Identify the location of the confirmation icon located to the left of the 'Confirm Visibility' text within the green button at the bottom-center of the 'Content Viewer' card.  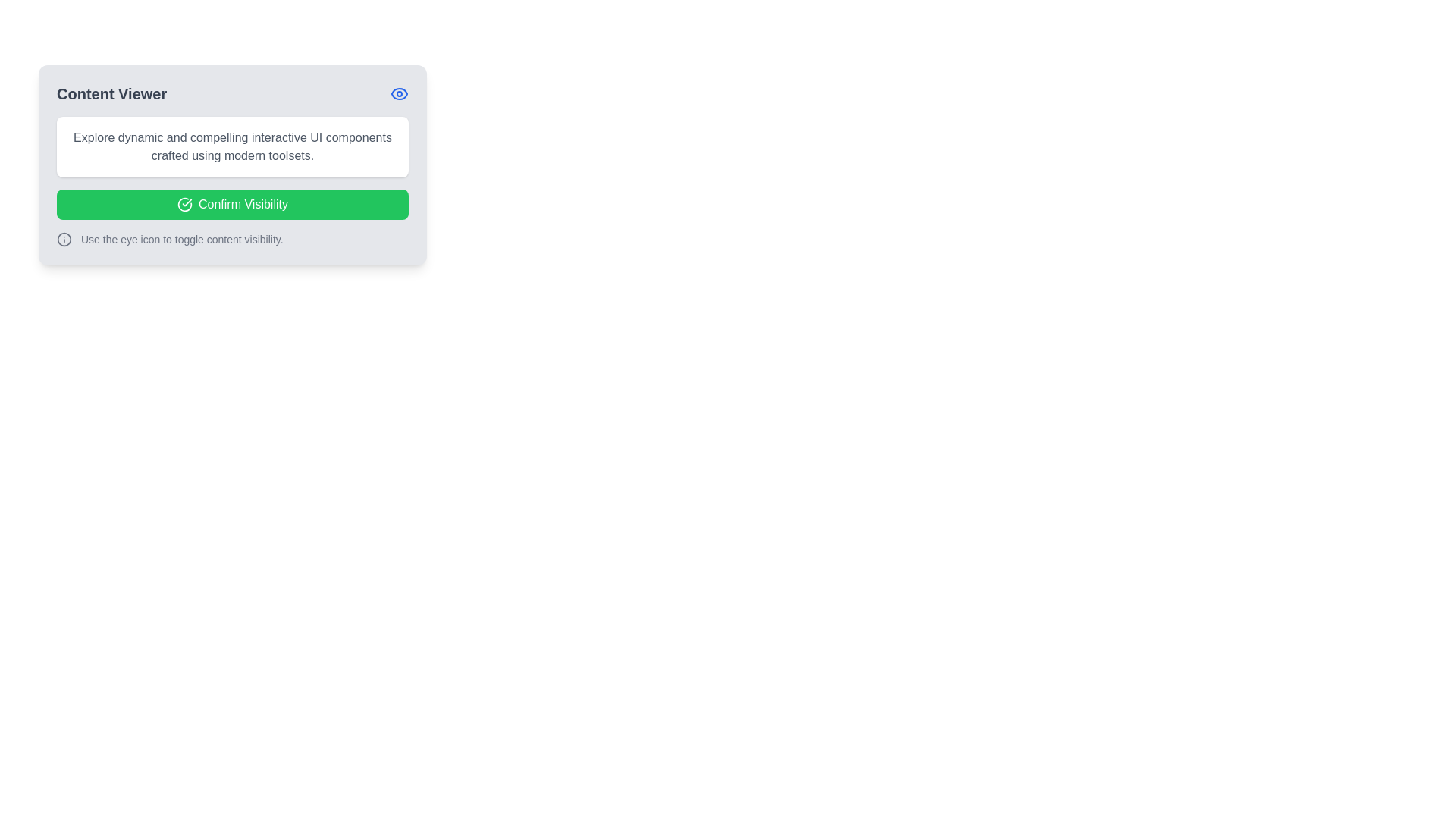
(184, 205).